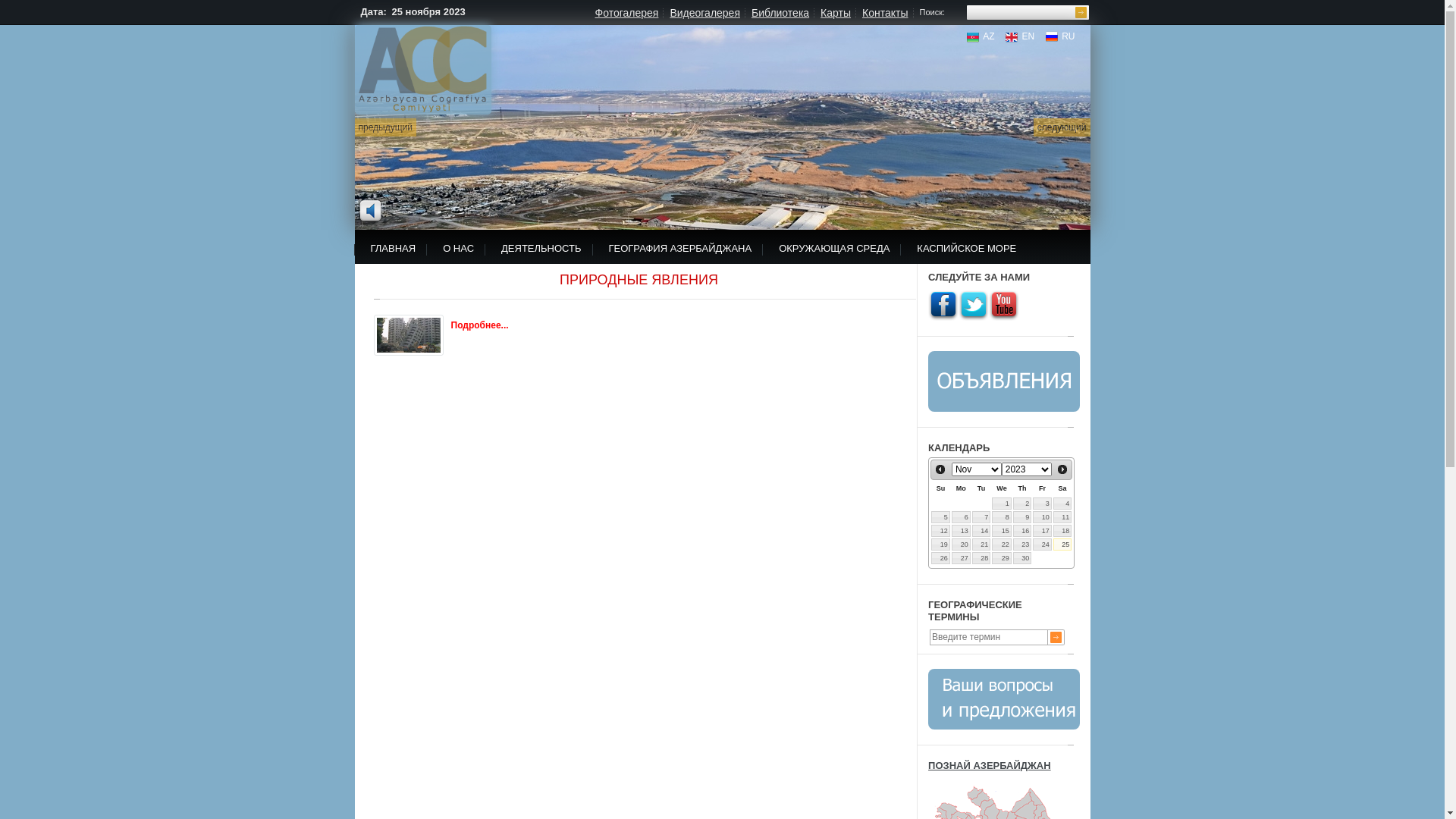 The image size is (1456, 819). I want to click on '3', so click(1040, 503).